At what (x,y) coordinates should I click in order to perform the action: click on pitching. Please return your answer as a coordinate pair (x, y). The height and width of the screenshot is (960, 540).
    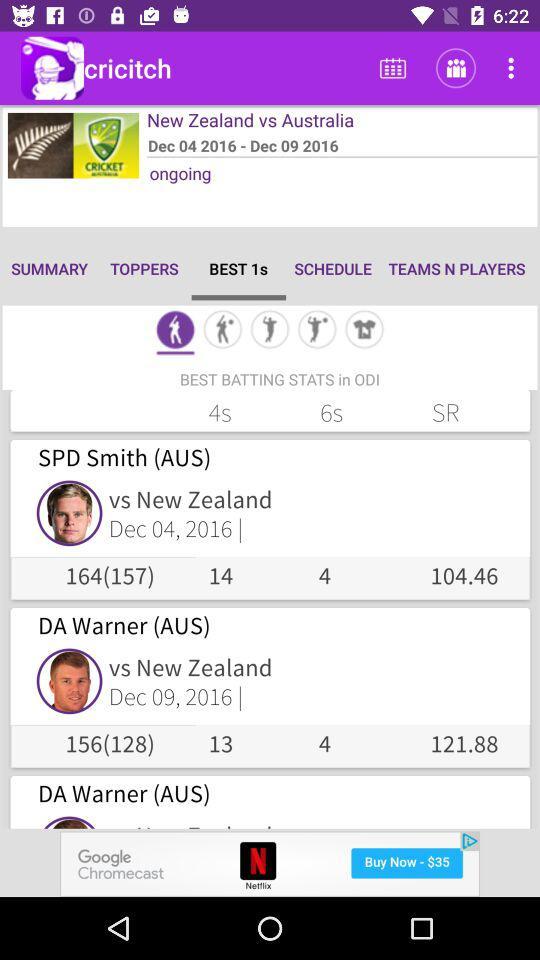
    Looking at the image, I should click on (270, 331).